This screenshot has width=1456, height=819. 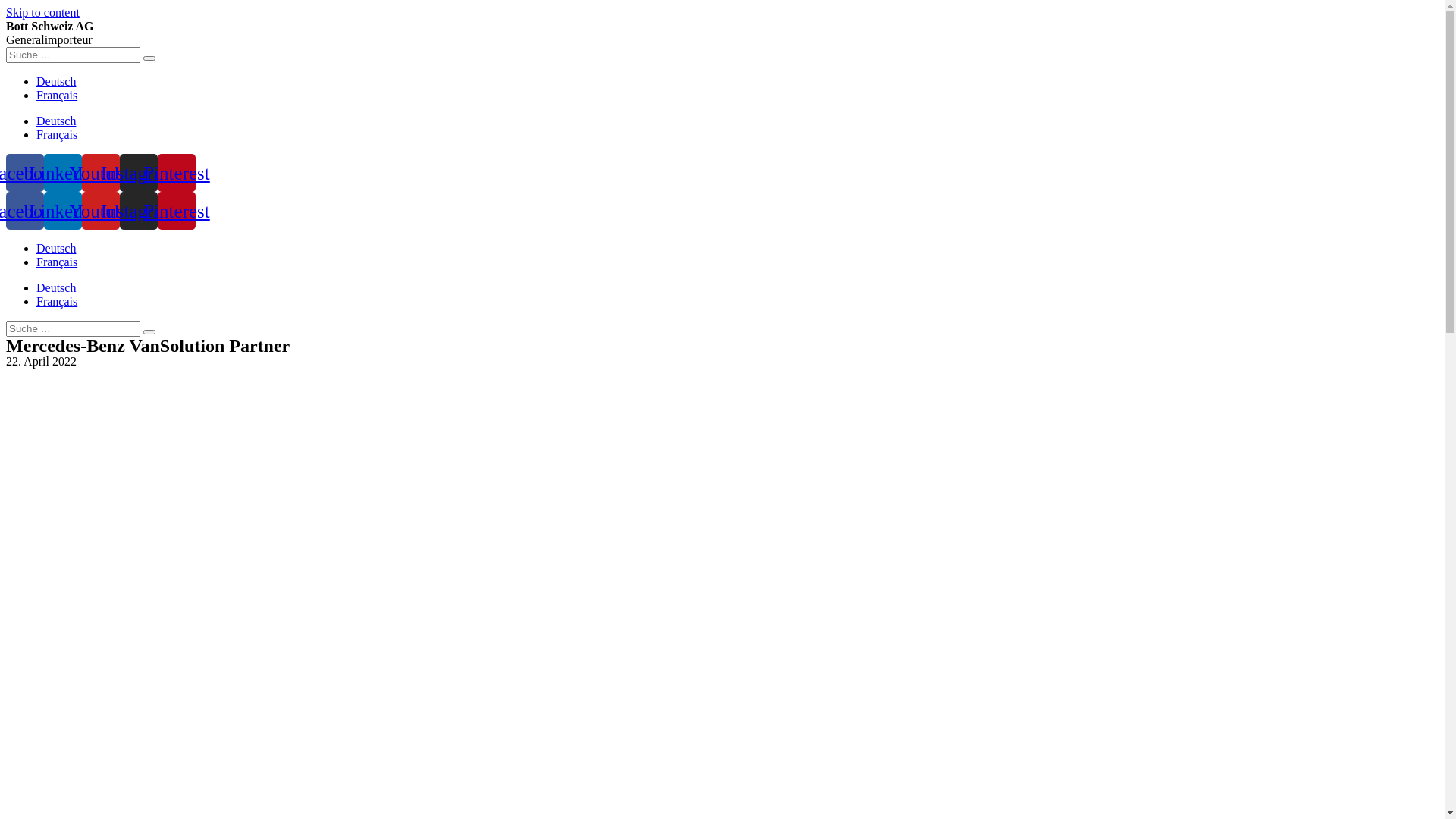 What do you see at coordinates (61, 210) in the screenshot?
I see `'Linkedin'` at bounding box center [61, 210].